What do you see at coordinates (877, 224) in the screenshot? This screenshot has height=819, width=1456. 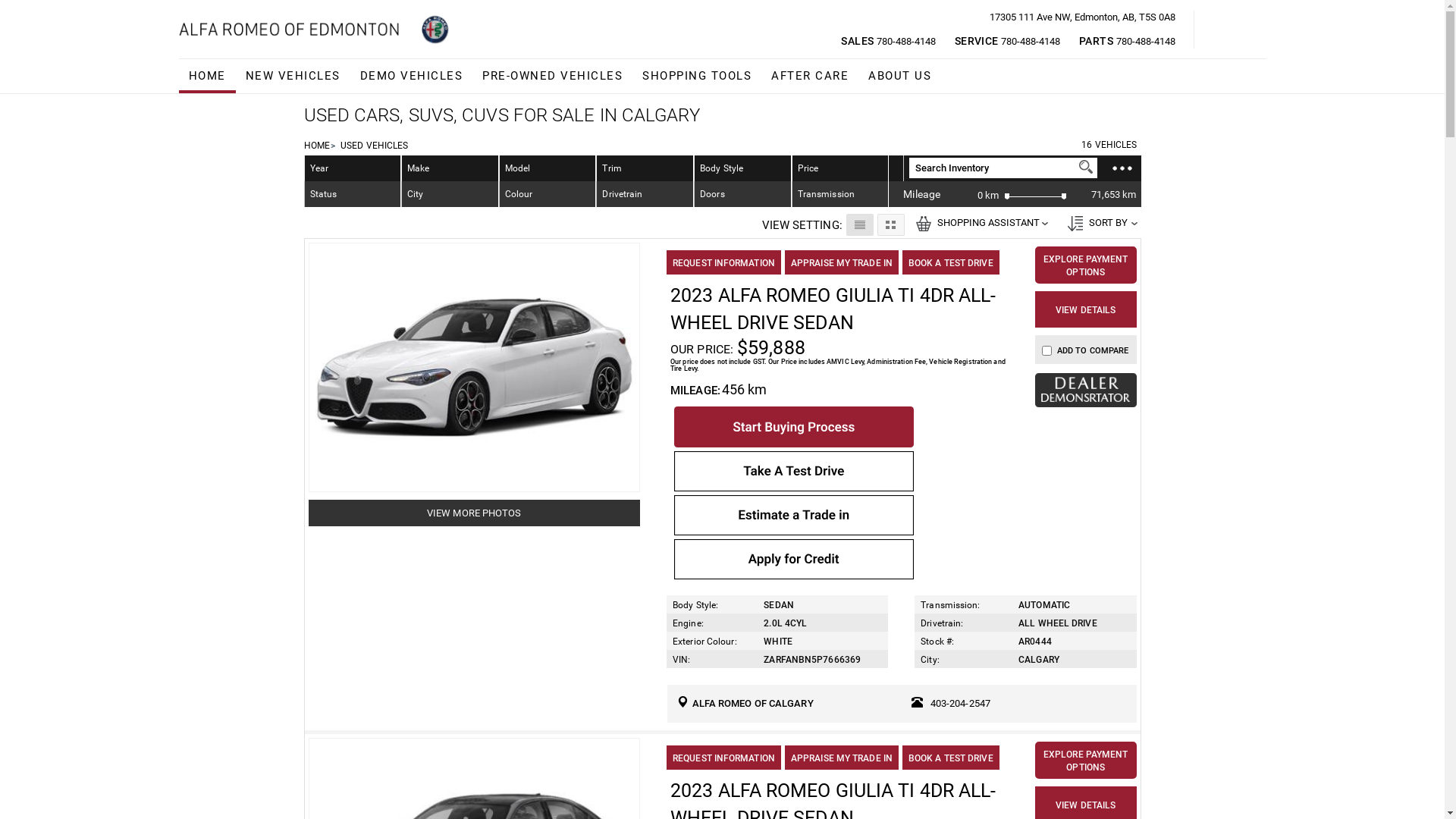 I see `'Grid View'` at bounding box center [877, 224].